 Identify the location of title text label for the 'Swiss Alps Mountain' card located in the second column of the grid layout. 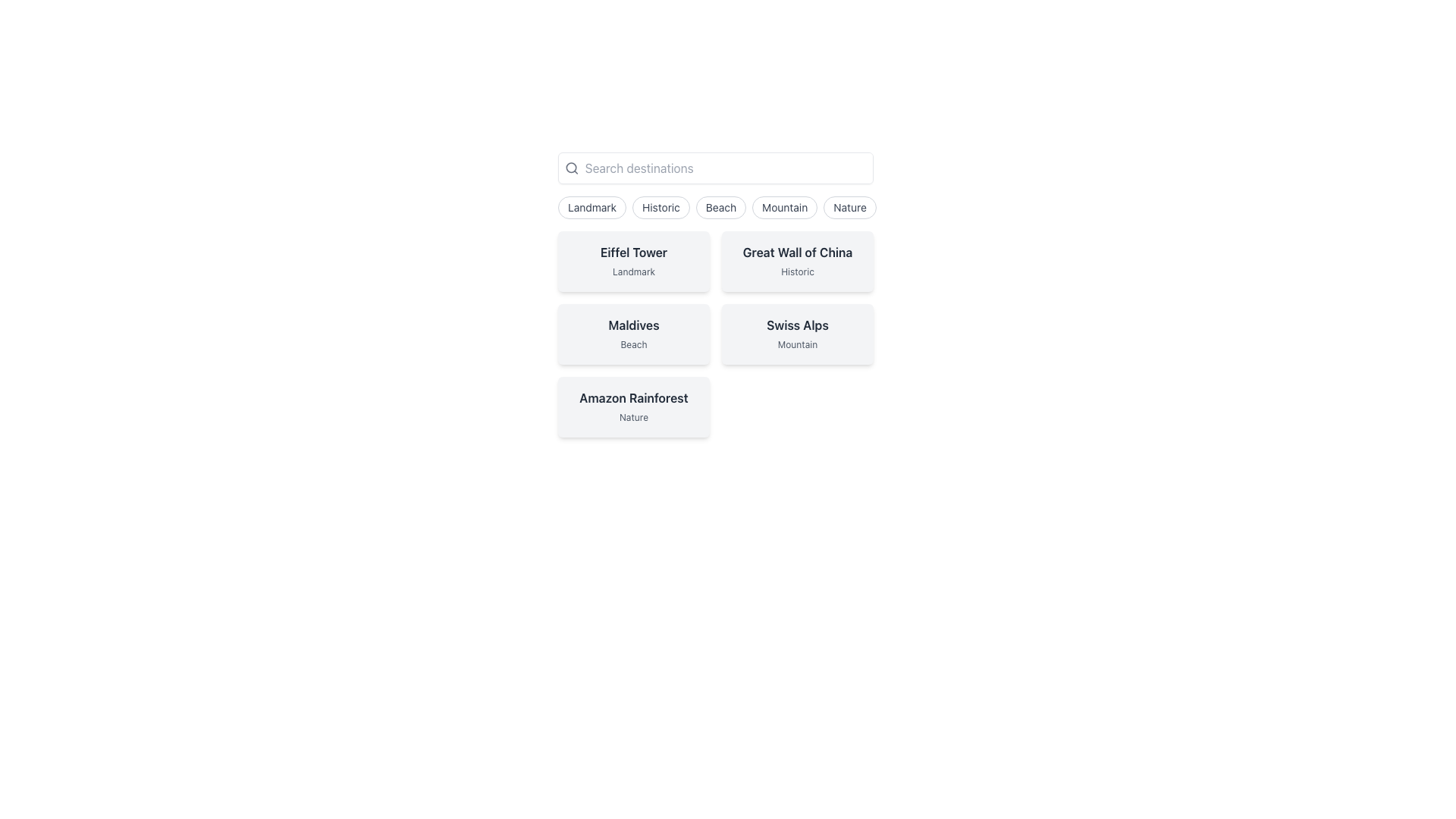
(796, 324).